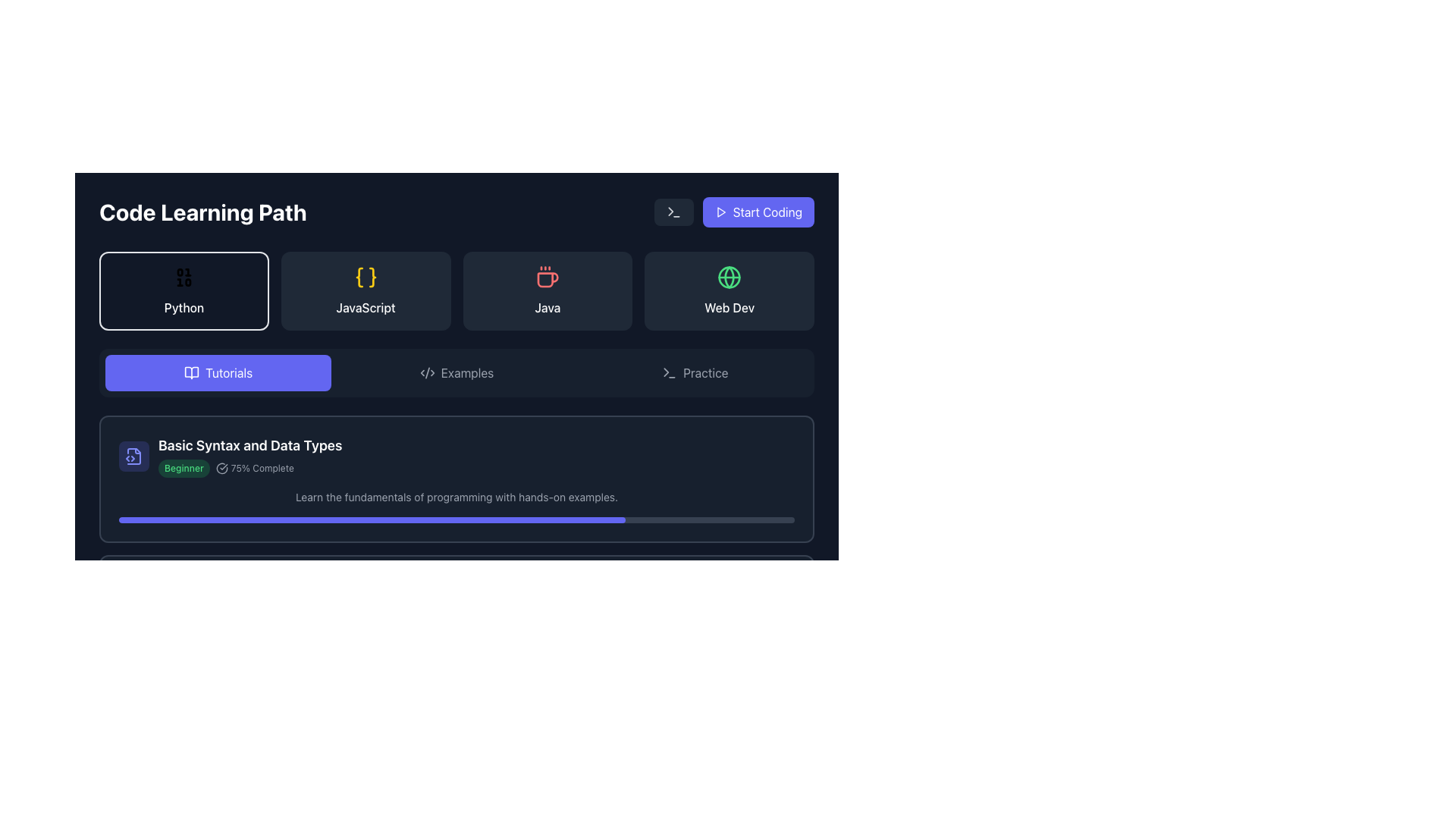  What do you see at coordinates (255, 467) in the screenshot?
I see `the progress information UI component, which displays task completion percentage and includes a checkmark icon, located to the right of the 'Beginner' tag` at bounding box center [255, 467].